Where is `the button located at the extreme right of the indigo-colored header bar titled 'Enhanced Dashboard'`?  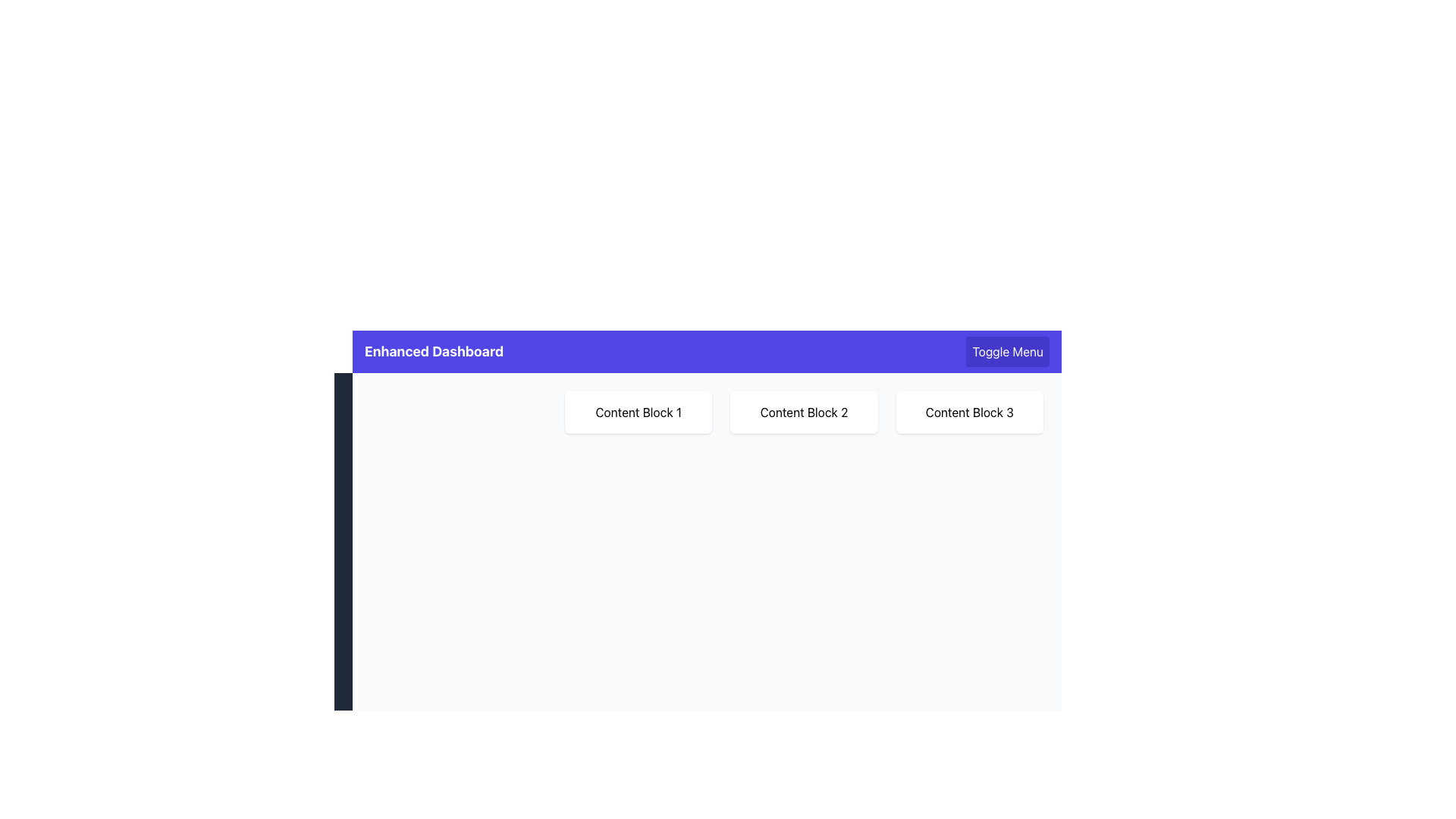 the button located at the extreme right of the indigo-colored header bar titled 'Enhanced Dashboard' is located at coordinates (1008, 351).